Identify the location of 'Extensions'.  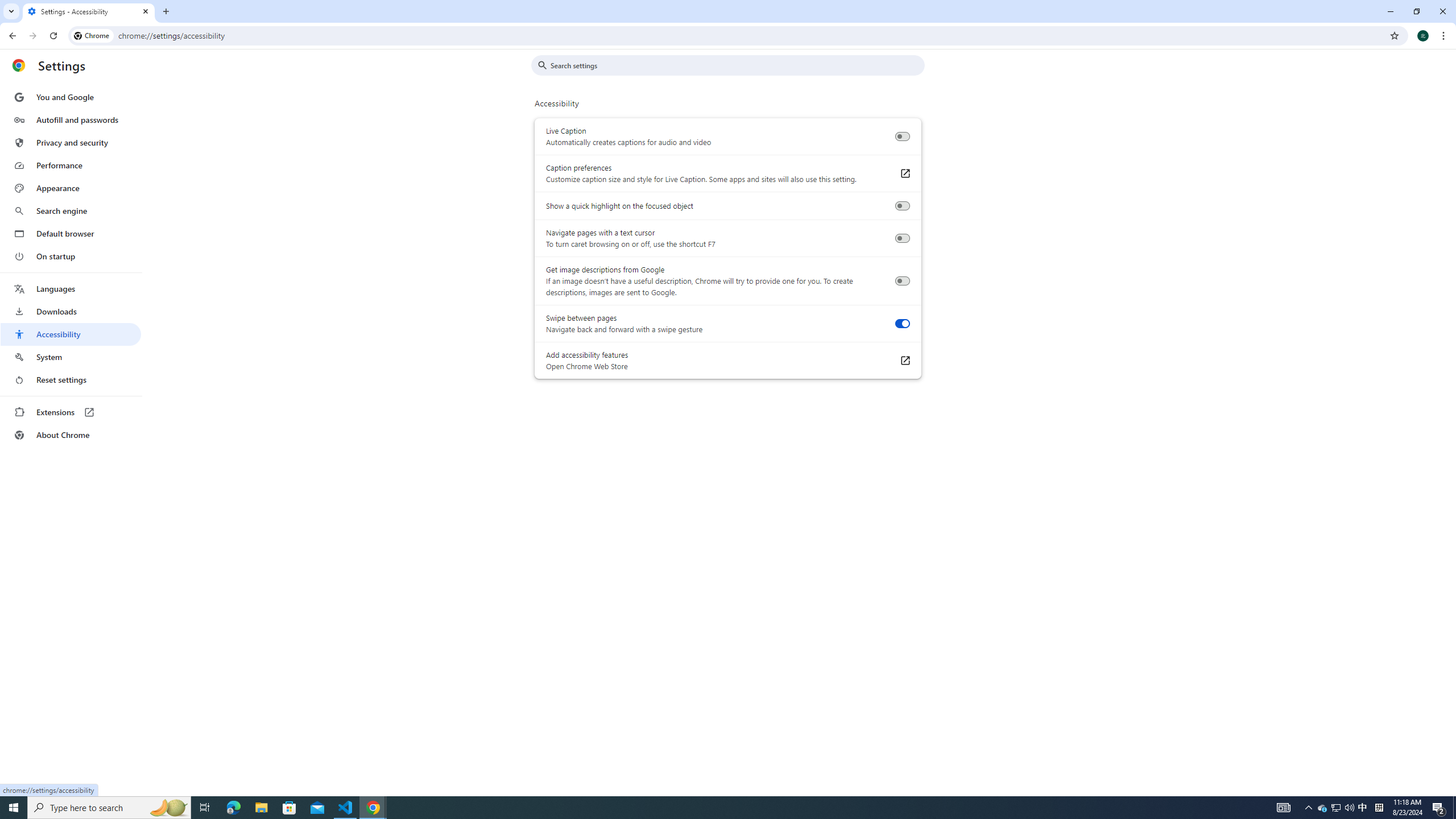
(70, 412).